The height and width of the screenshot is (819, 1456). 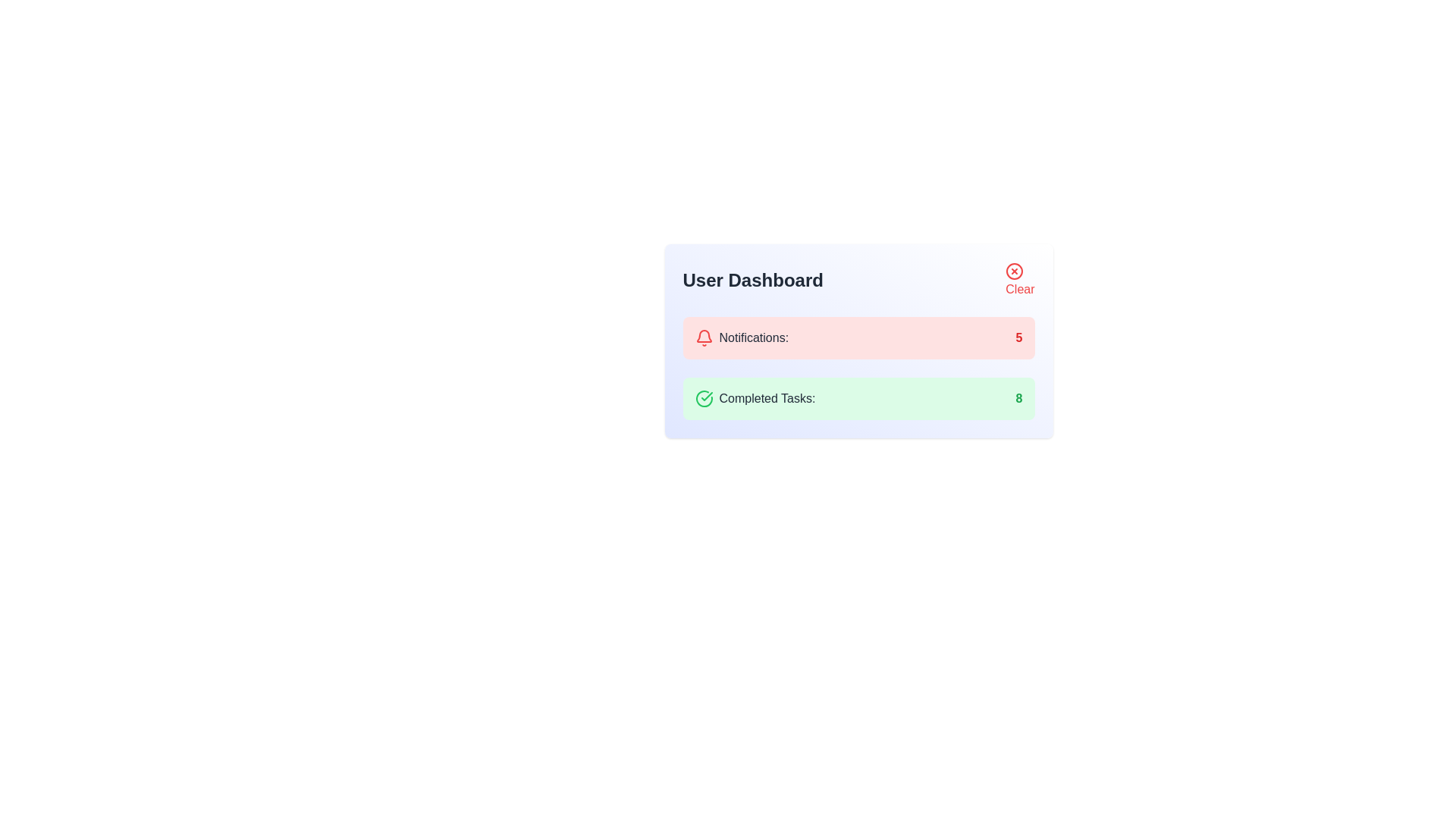 What do you see at coordinates (702, 335) in the screenshot?
I see `the notification bell icon segment, which is part of the outline of the bell icon located to the left of the 'Notifications' label in the user dashboard section, if it is interactive` at bounding box center [702, 335].